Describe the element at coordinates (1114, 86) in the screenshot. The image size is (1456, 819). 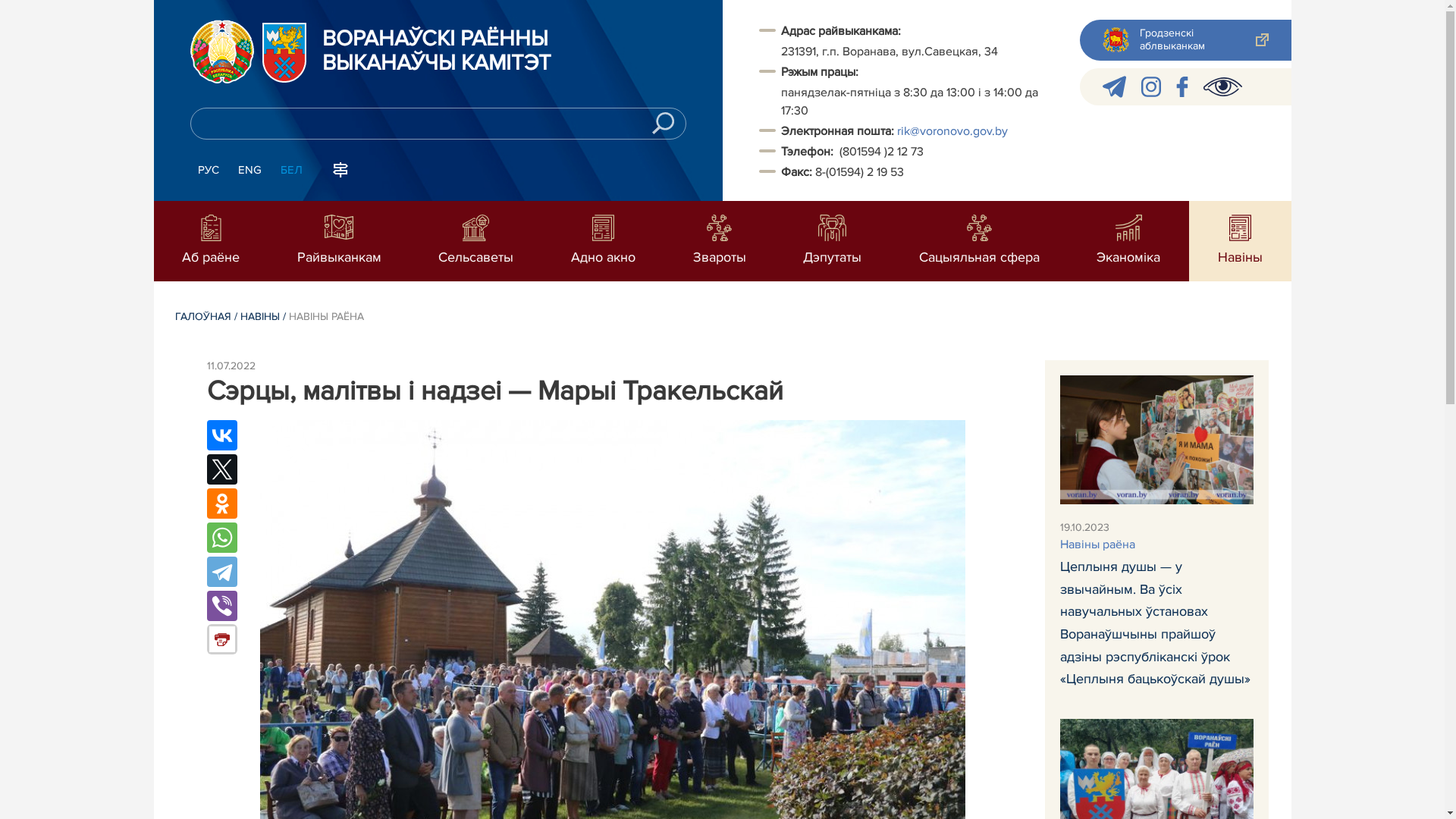
I see `'telegram'` at that location.